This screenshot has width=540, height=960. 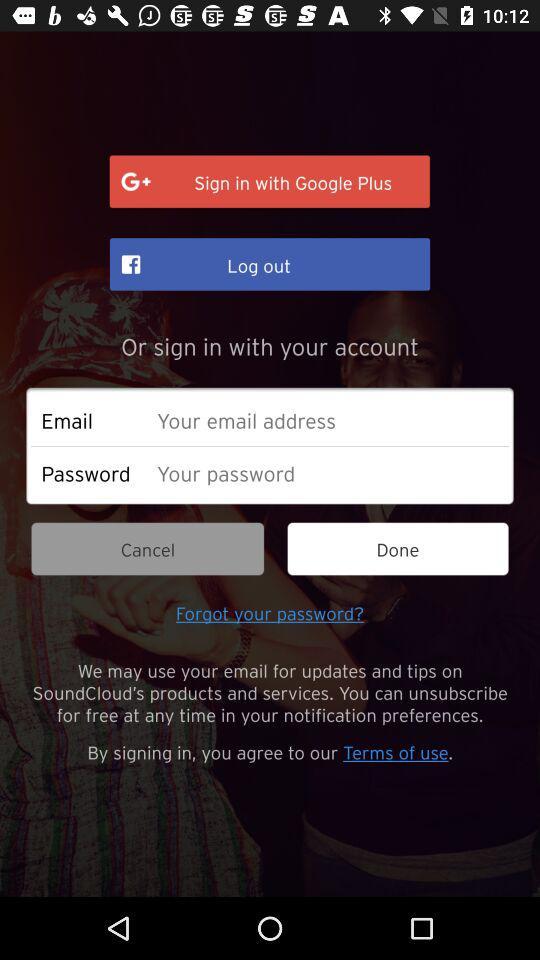 I want to click on icon above or sign in, so click(x=270, y=263).